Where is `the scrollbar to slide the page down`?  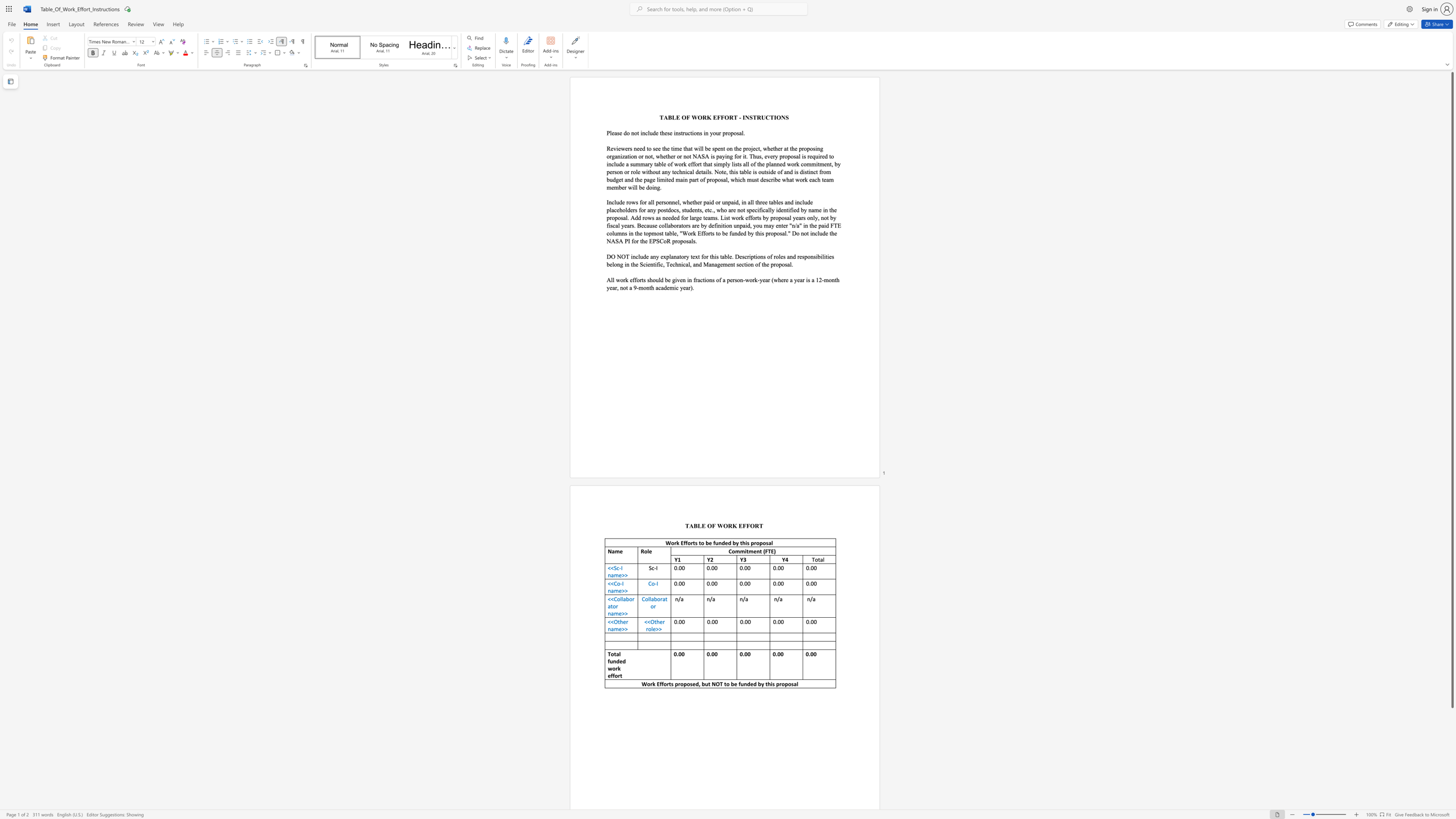
the scrollbar to slide the page down is located at coordinates (1451, 735).